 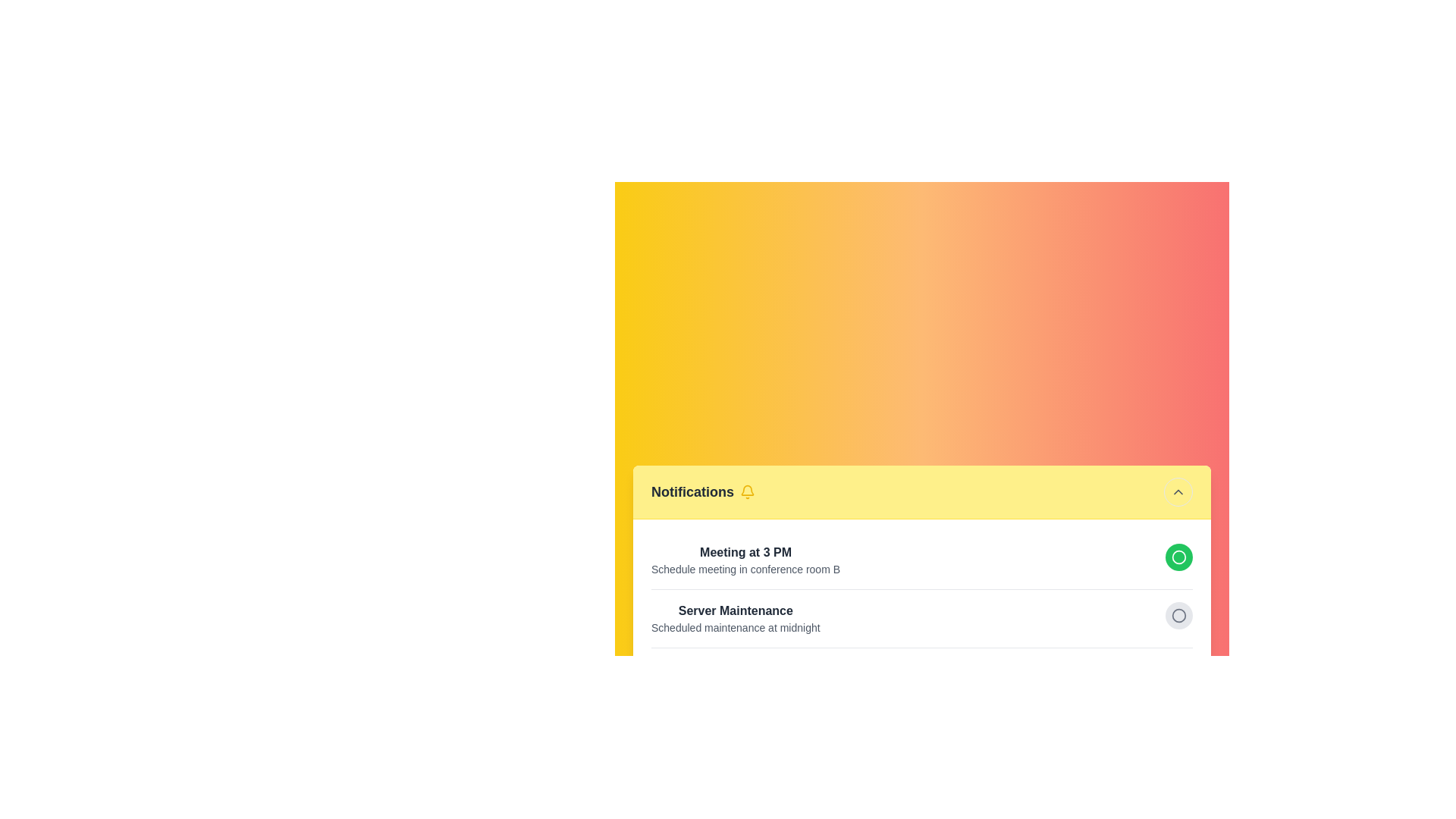 What do you see at coordinates (1178, 491) in the screenshot?
I see `the circular button with a gray border and an upward-pointing chevron icon located in the top right corner of the yellow notification bar` at bounding box center [1178, 491].